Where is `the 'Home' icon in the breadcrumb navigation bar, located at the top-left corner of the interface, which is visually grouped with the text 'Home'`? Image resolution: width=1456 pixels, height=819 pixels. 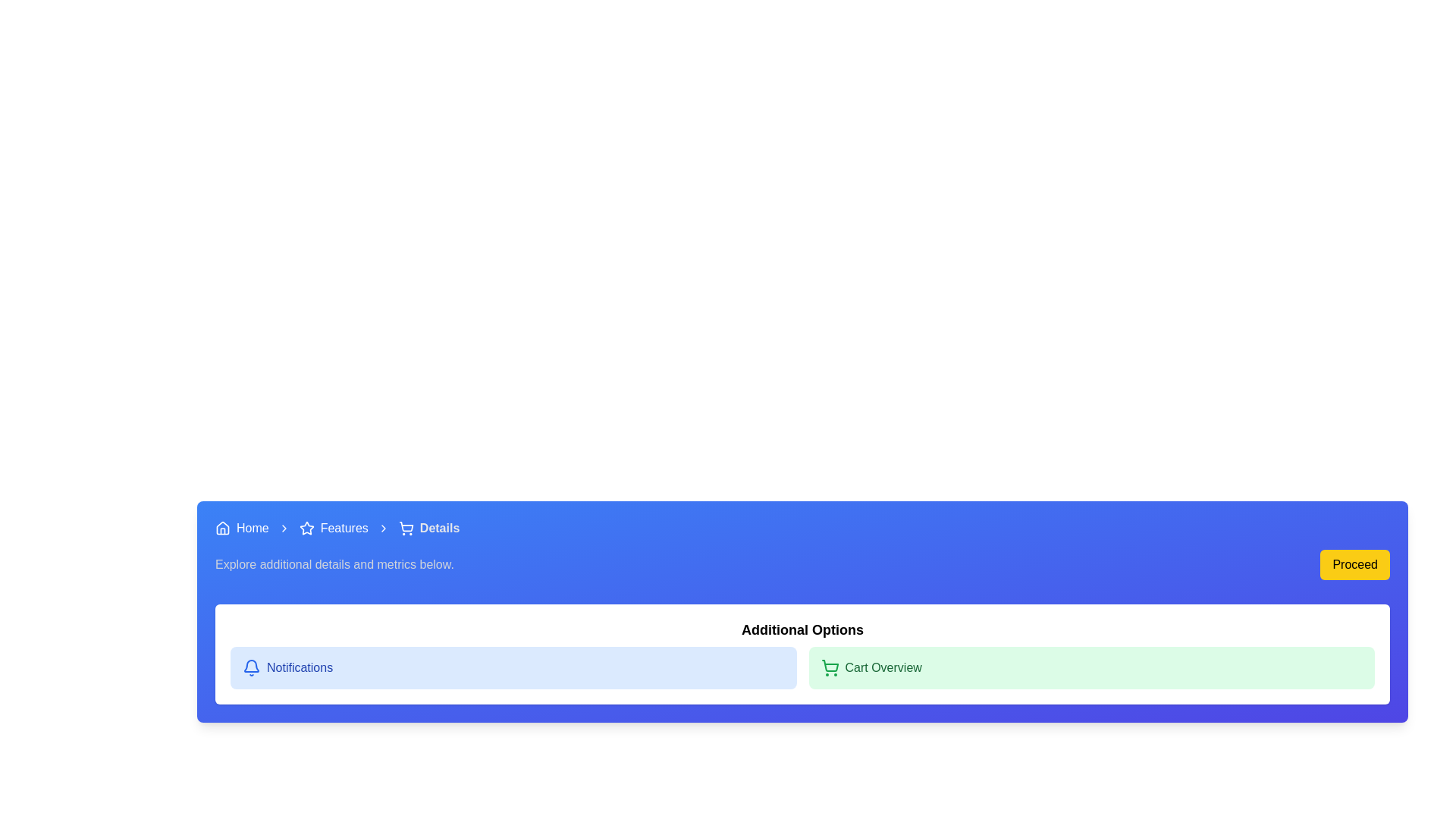 the 'Home' icon in the breadcrumb navigation bar, located at the top-left corner of the interface, which is visually grouped with the text 'Home' is located at coordinates (221, 528).